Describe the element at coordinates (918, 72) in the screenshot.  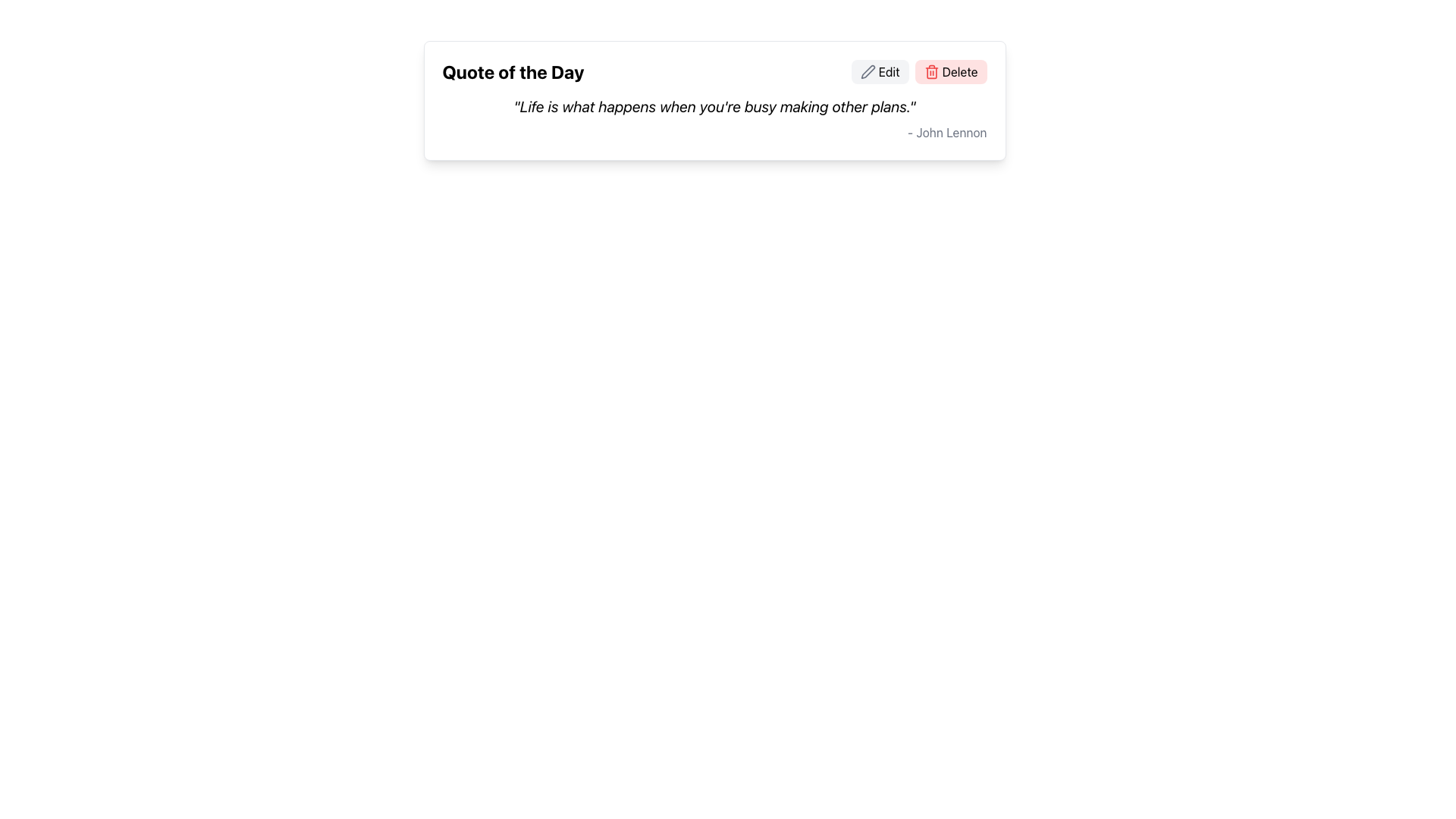
I see `the 'Delete' button located in the upper-right section of the interface, following the 'Edit' button, to visualize hover effects` at that location.